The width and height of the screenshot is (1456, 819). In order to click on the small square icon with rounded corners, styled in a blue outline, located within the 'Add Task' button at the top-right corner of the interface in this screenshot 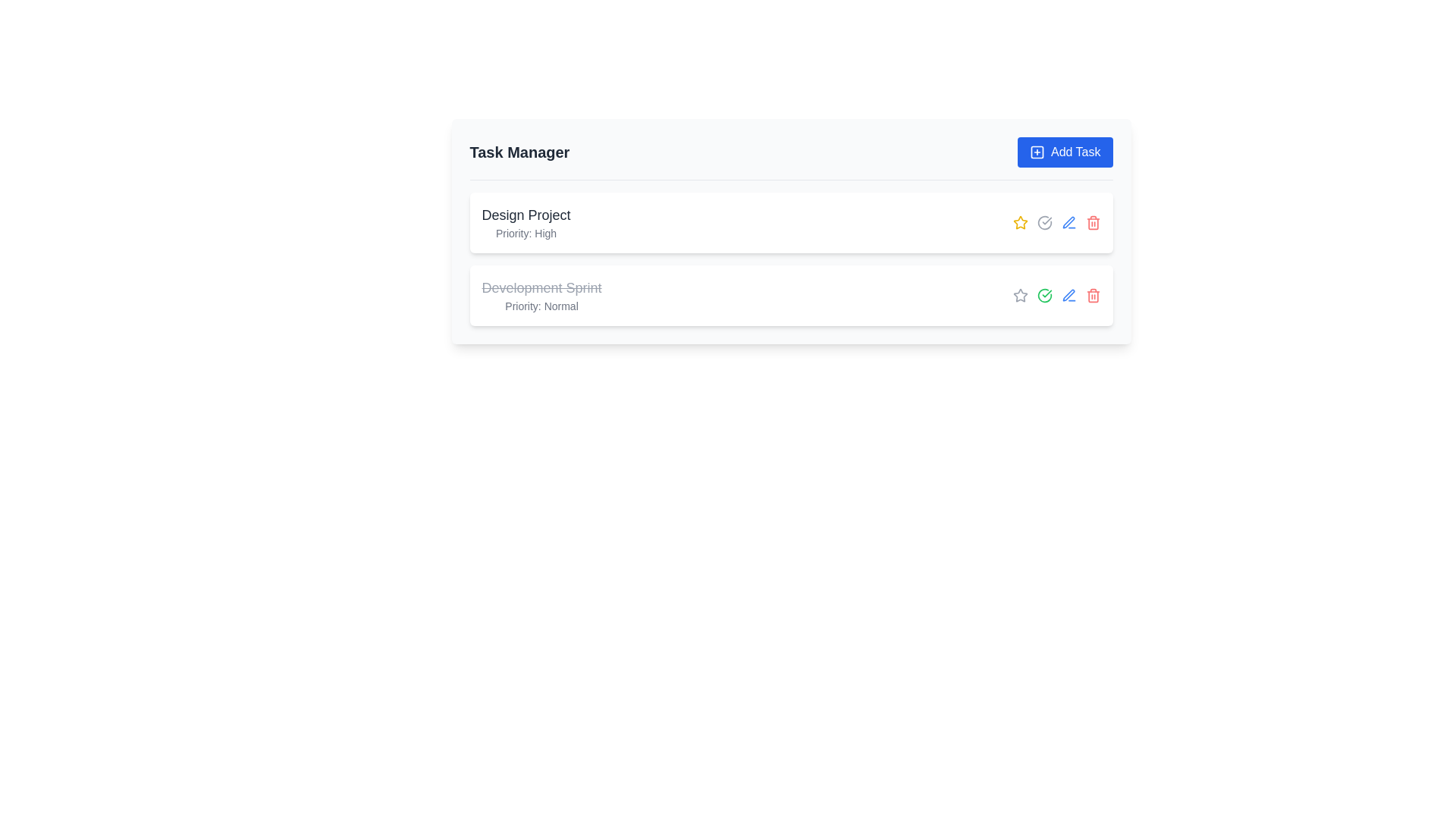, I will do `click(1037, 152)`.